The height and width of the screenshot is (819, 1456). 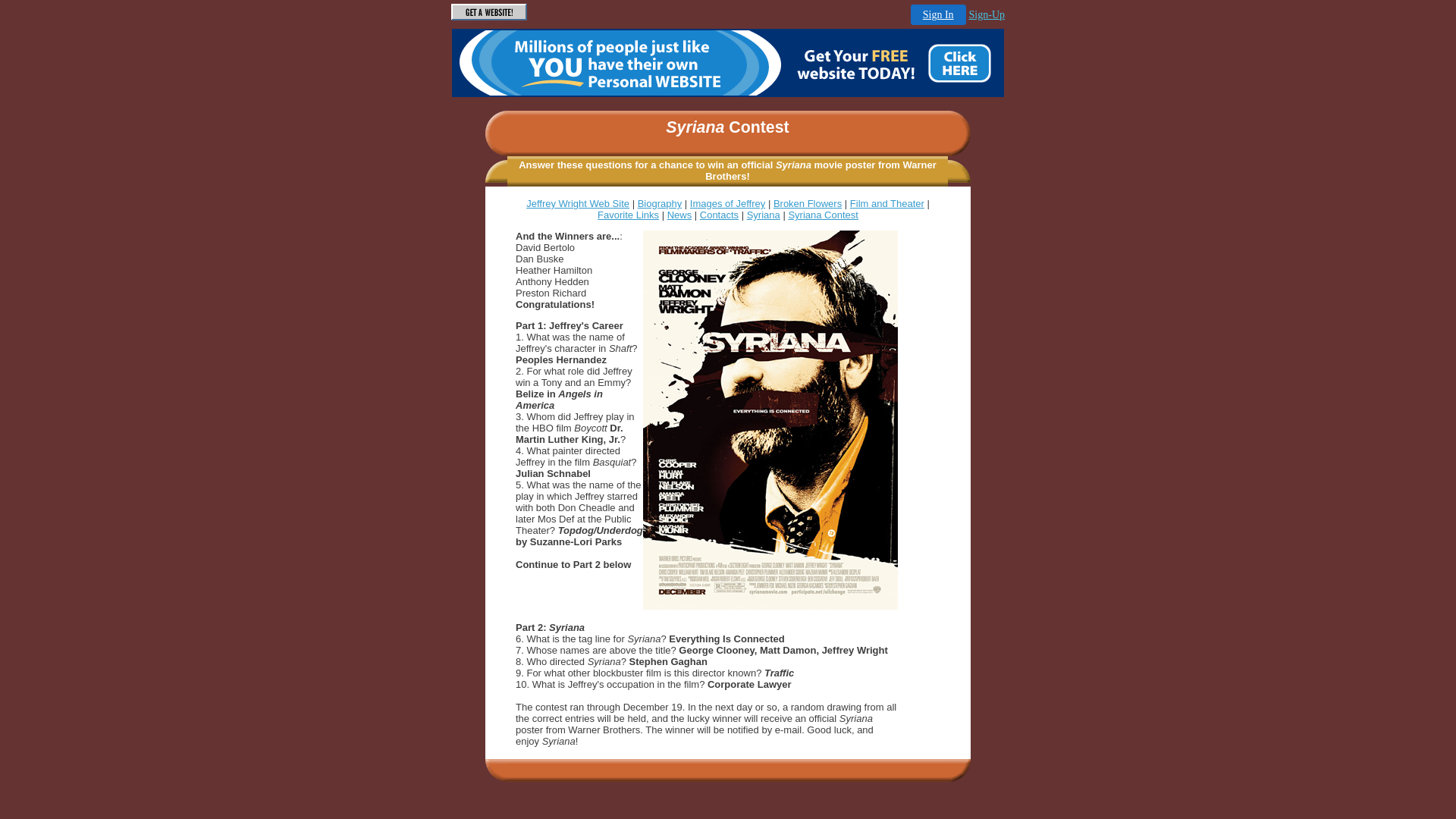 What do you see at coordinates (987, 14) in the screenshot?
I see `'Sign-Up'` at bounding box center [987, 14].